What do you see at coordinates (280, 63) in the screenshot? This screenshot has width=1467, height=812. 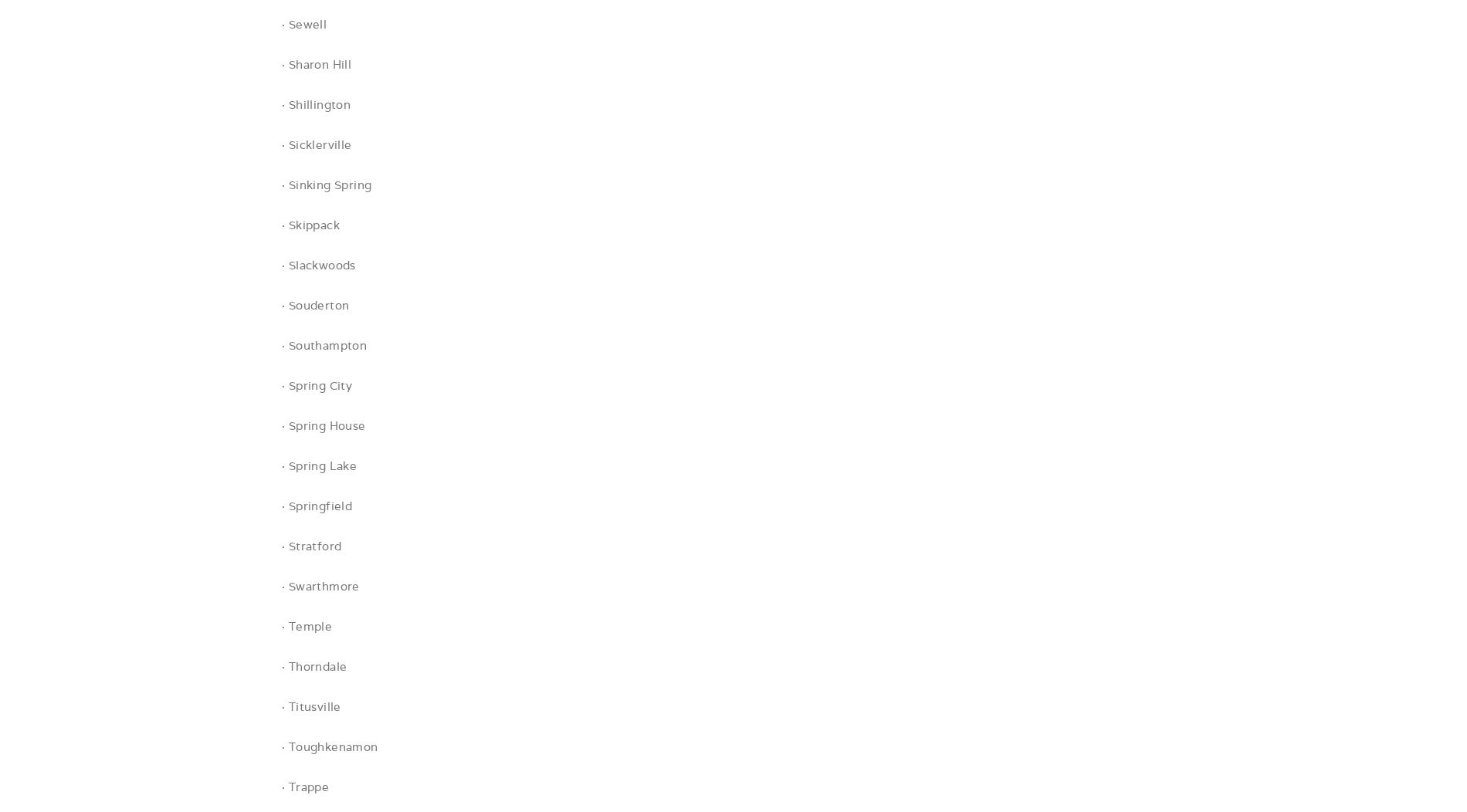 I see `'· Sharon Hill'` at bounding box center [280, 63].